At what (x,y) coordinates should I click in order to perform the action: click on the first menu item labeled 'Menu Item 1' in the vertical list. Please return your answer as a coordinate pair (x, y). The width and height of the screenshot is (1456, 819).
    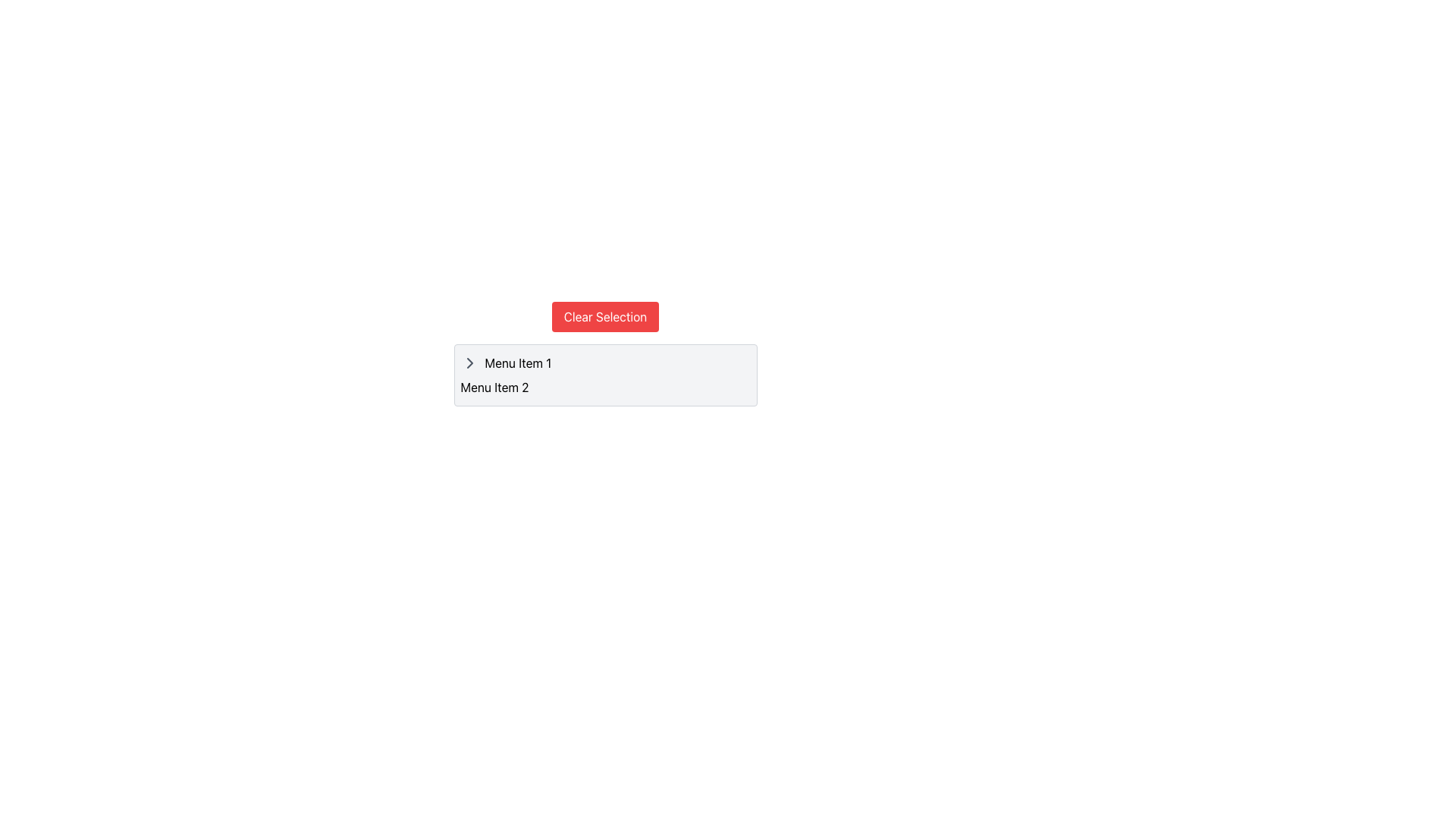
    Looking at the image, I should click on (604, 362).